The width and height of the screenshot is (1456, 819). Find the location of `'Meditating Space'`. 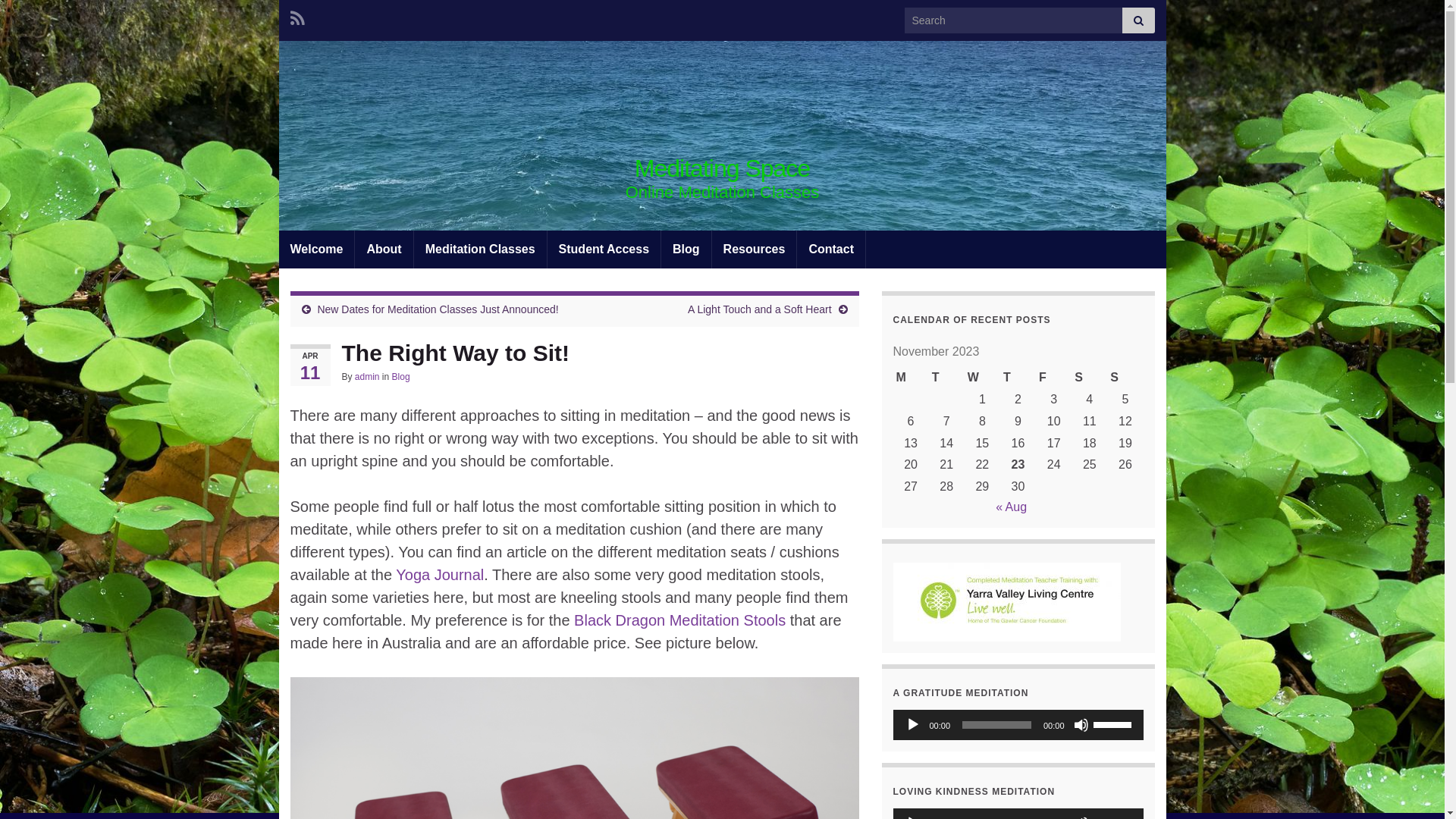

'Meditating Space' is located at coordinates (721, 168).